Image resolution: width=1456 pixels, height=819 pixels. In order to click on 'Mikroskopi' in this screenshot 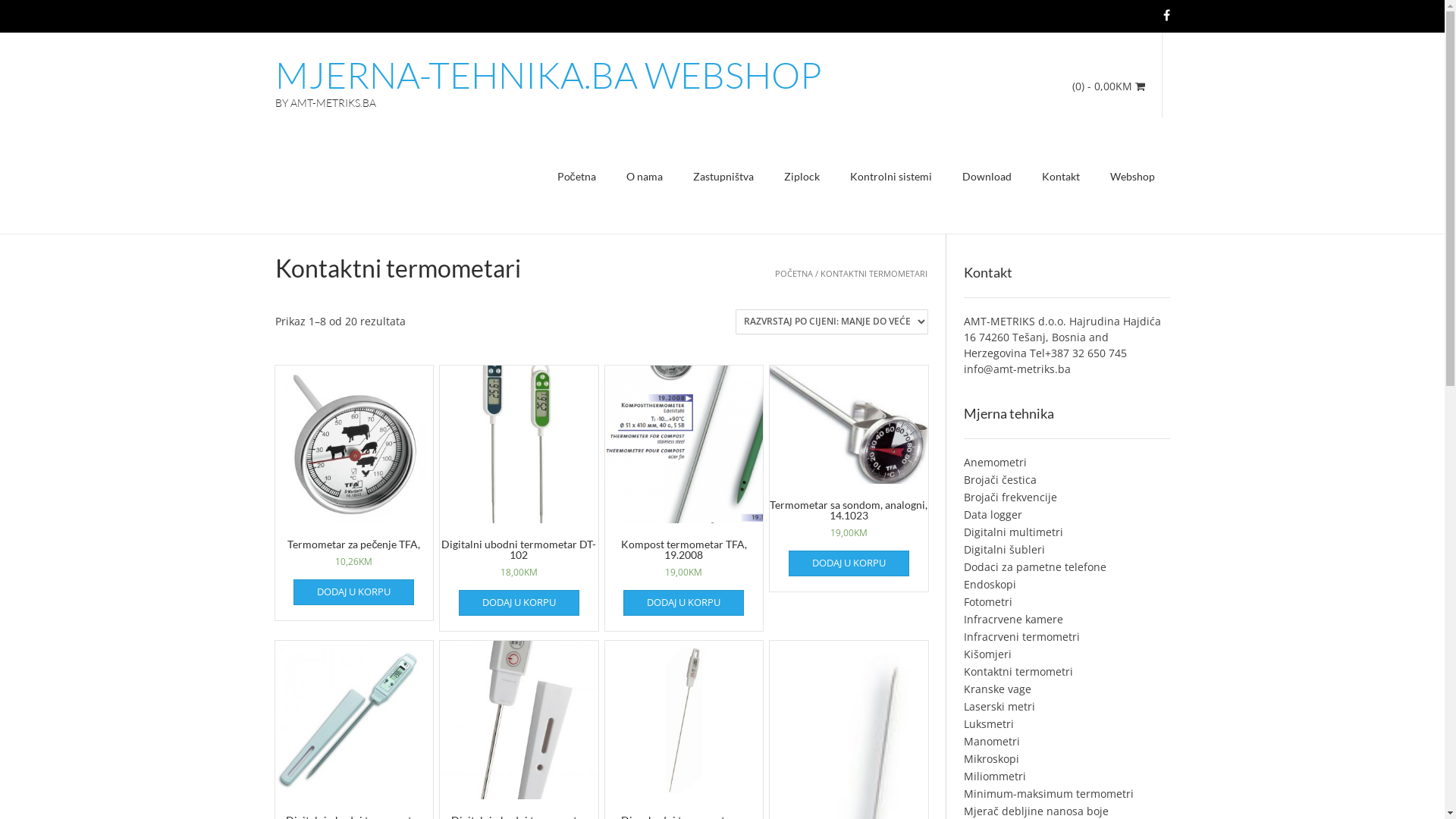, I will do `click(991, 758)`.